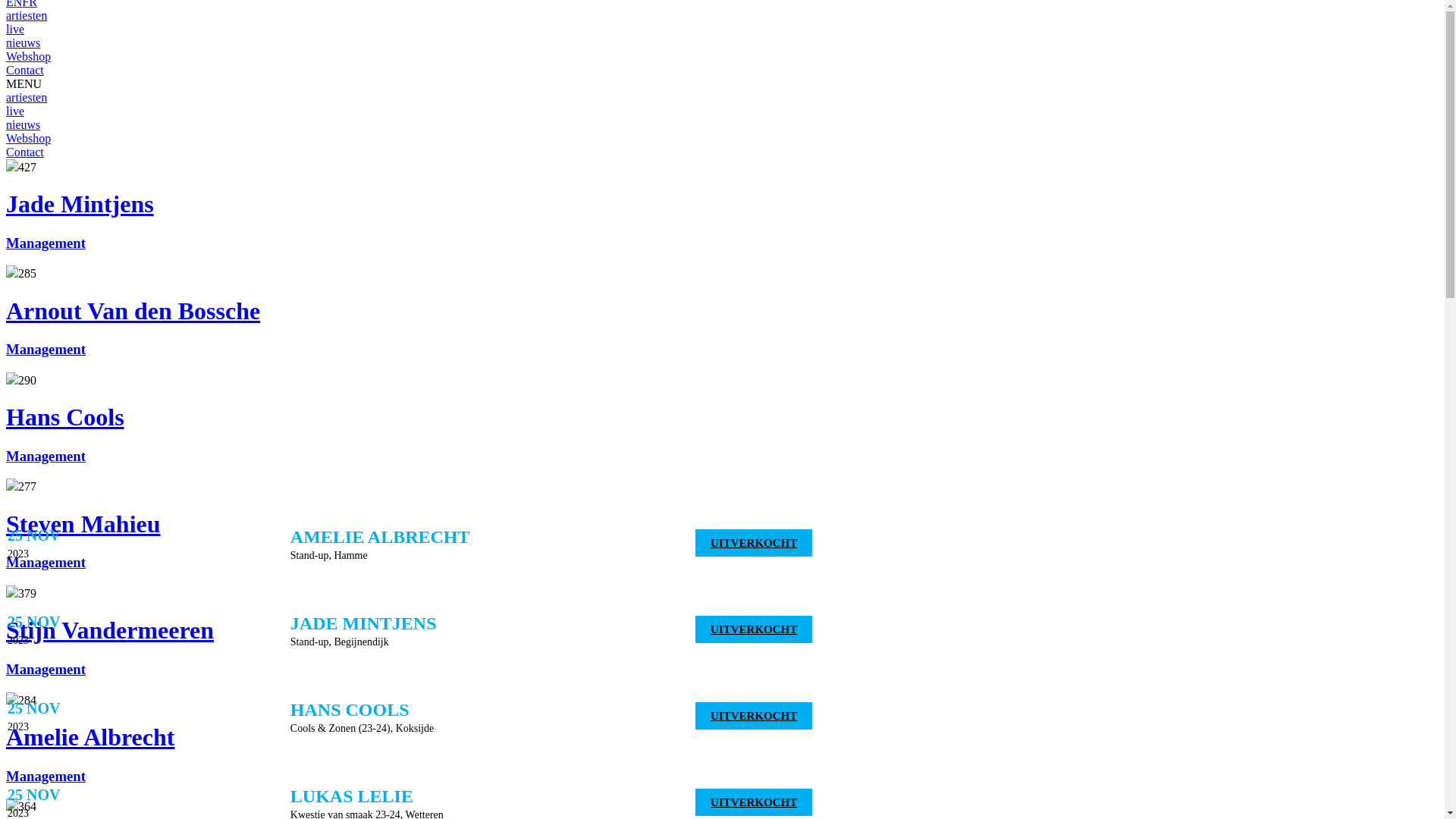 The image size is (1456, 819). Describe the element at coordinates (753, 542) in the screenshot. I see `'UITVERKOCHT'` at that location.